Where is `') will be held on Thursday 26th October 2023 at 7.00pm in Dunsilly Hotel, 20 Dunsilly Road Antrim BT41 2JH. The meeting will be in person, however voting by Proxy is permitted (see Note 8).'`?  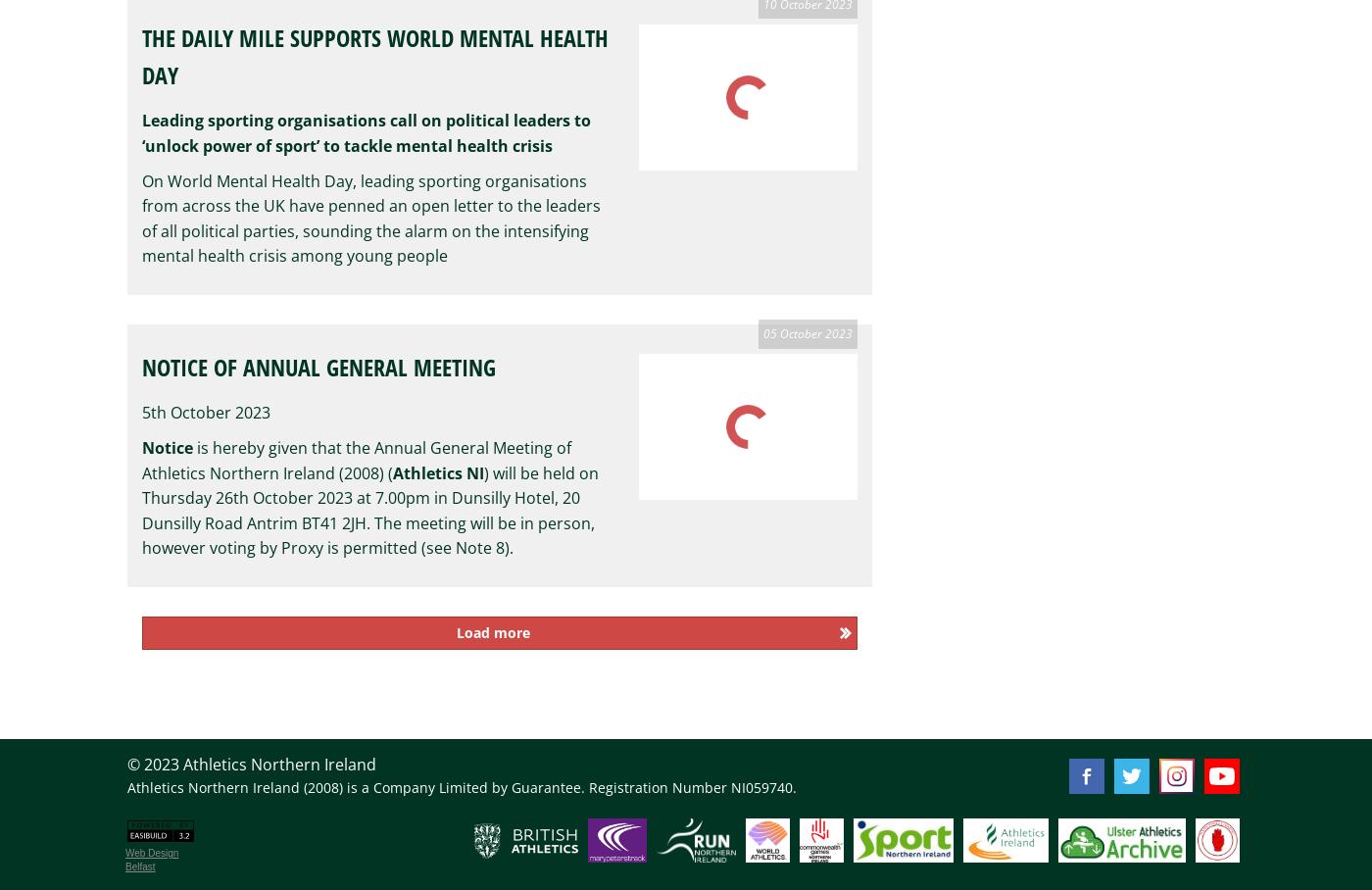
') will be held on Thursday 26th October 2023 at 7.00pm in Dunsilly Hotel, 20 Dunsilly Road Antrim BT41 2JH. The meeting will be in person, however voting by Proxy is permitted (see Note 8).' is located at coordinates (370, 510).